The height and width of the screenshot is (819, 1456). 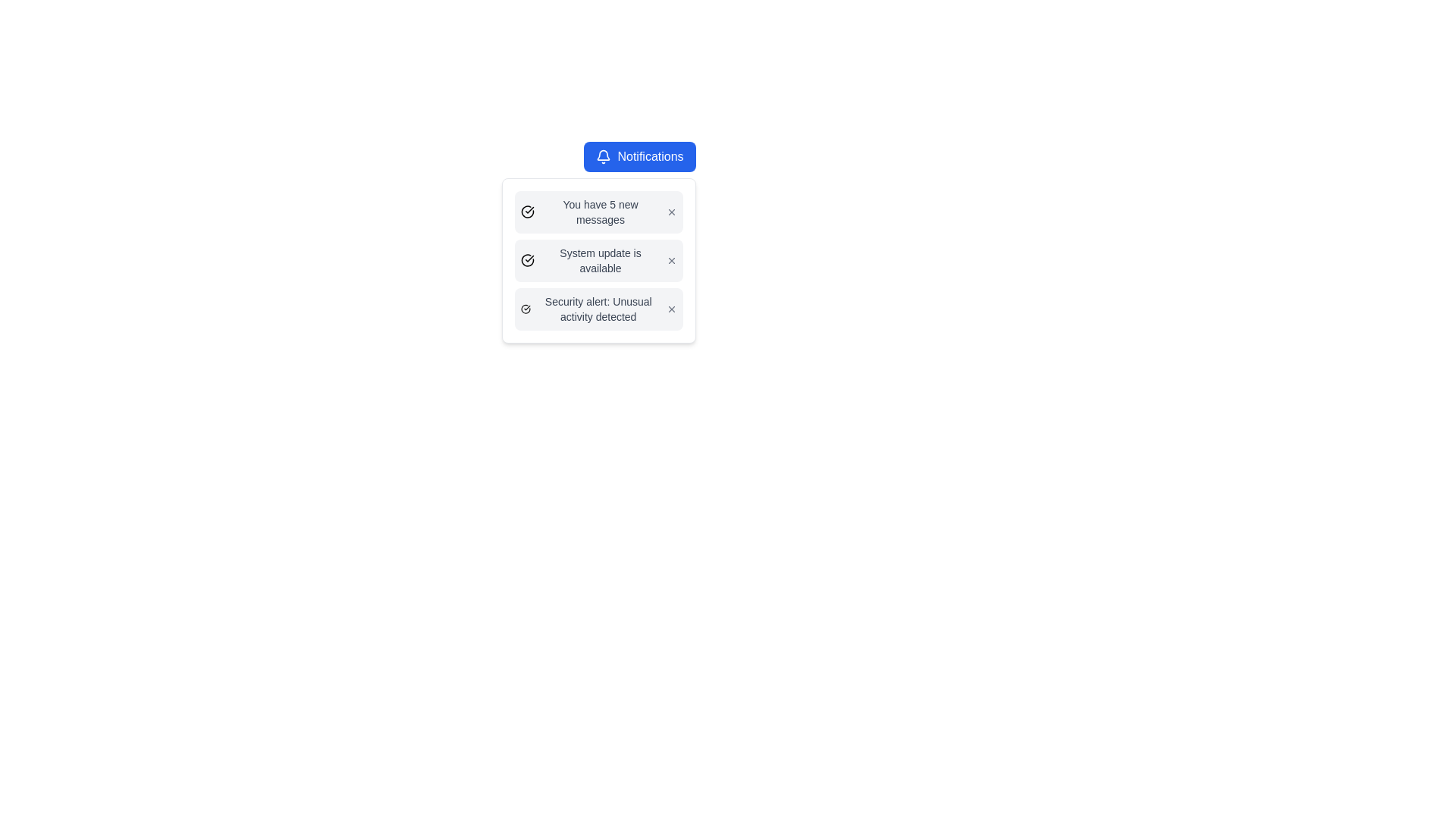 I want to click on the notification icon located in the top-left section of the 'Notifications' button for repositioning, so click(x=603, y=157).